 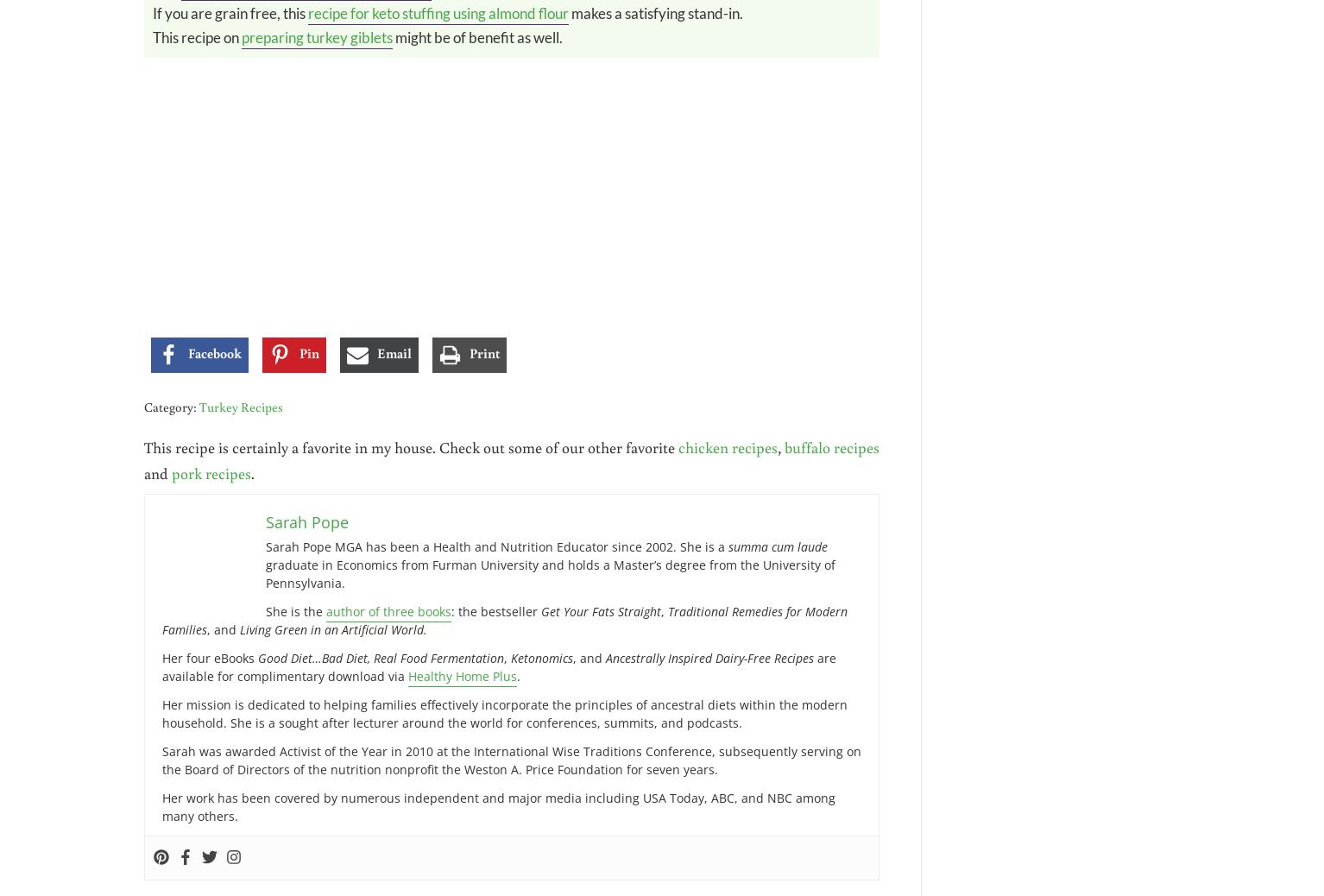 I want to click on 'are available for complimentary download via', so click(x=499, y=665).